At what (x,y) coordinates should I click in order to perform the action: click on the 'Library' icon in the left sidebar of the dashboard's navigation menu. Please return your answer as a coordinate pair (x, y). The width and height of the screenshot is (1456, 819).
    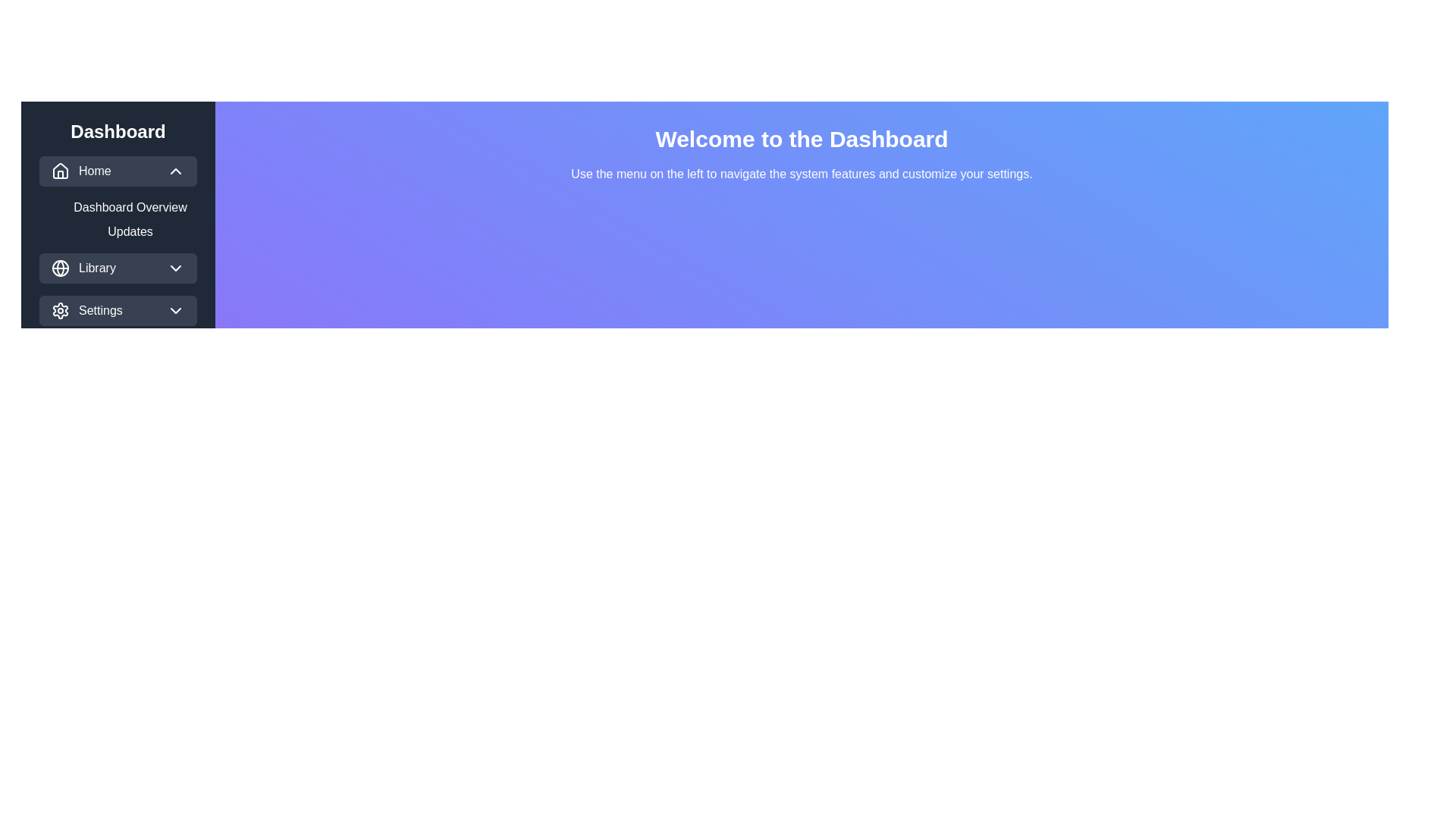
    Looking at the image, I should click on (61, 268).